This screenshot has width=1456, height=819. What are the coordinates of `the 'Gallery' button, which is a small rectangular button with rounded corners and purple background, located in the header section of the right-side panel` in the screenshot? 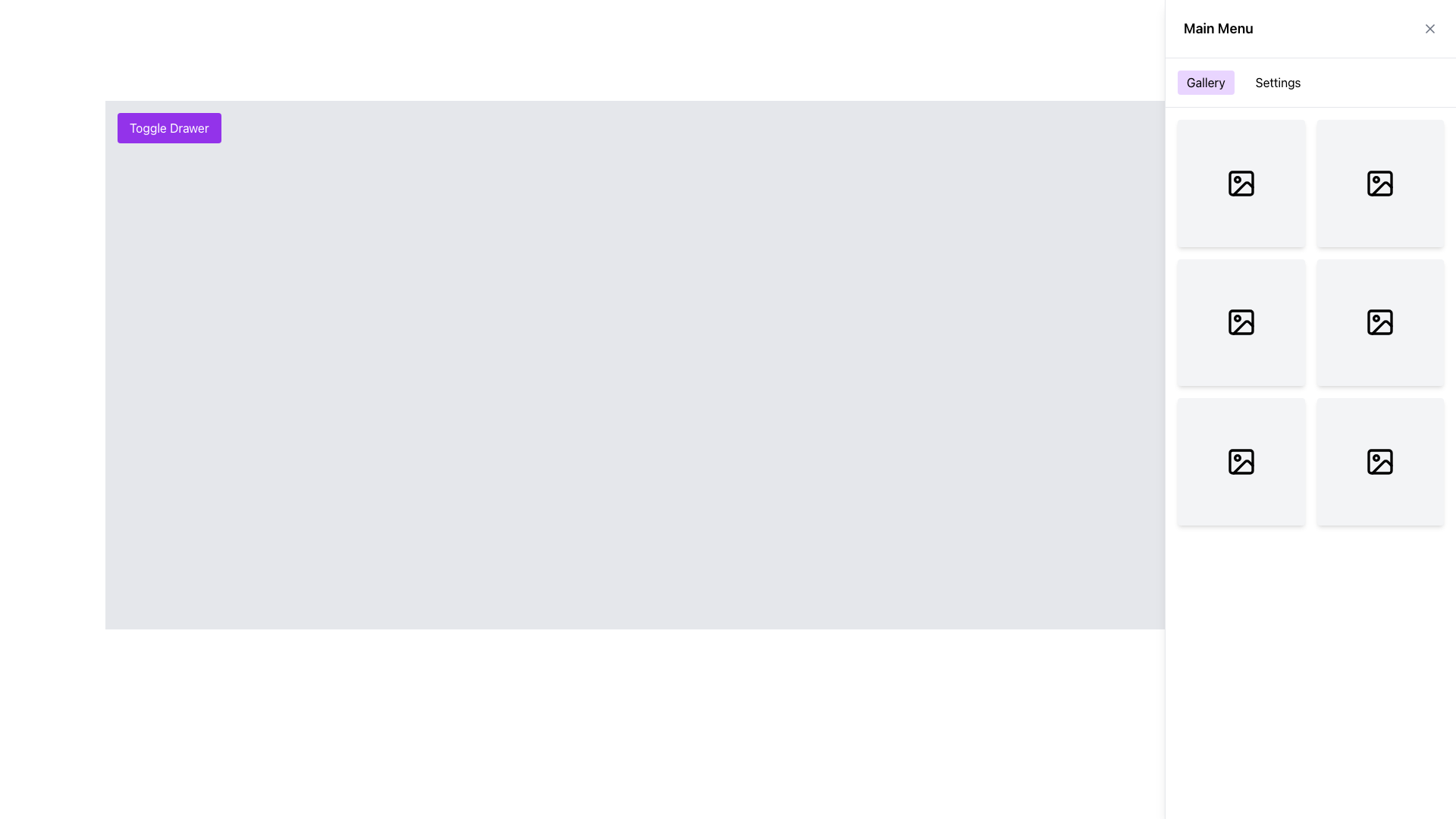 It's located at (1205, 82).